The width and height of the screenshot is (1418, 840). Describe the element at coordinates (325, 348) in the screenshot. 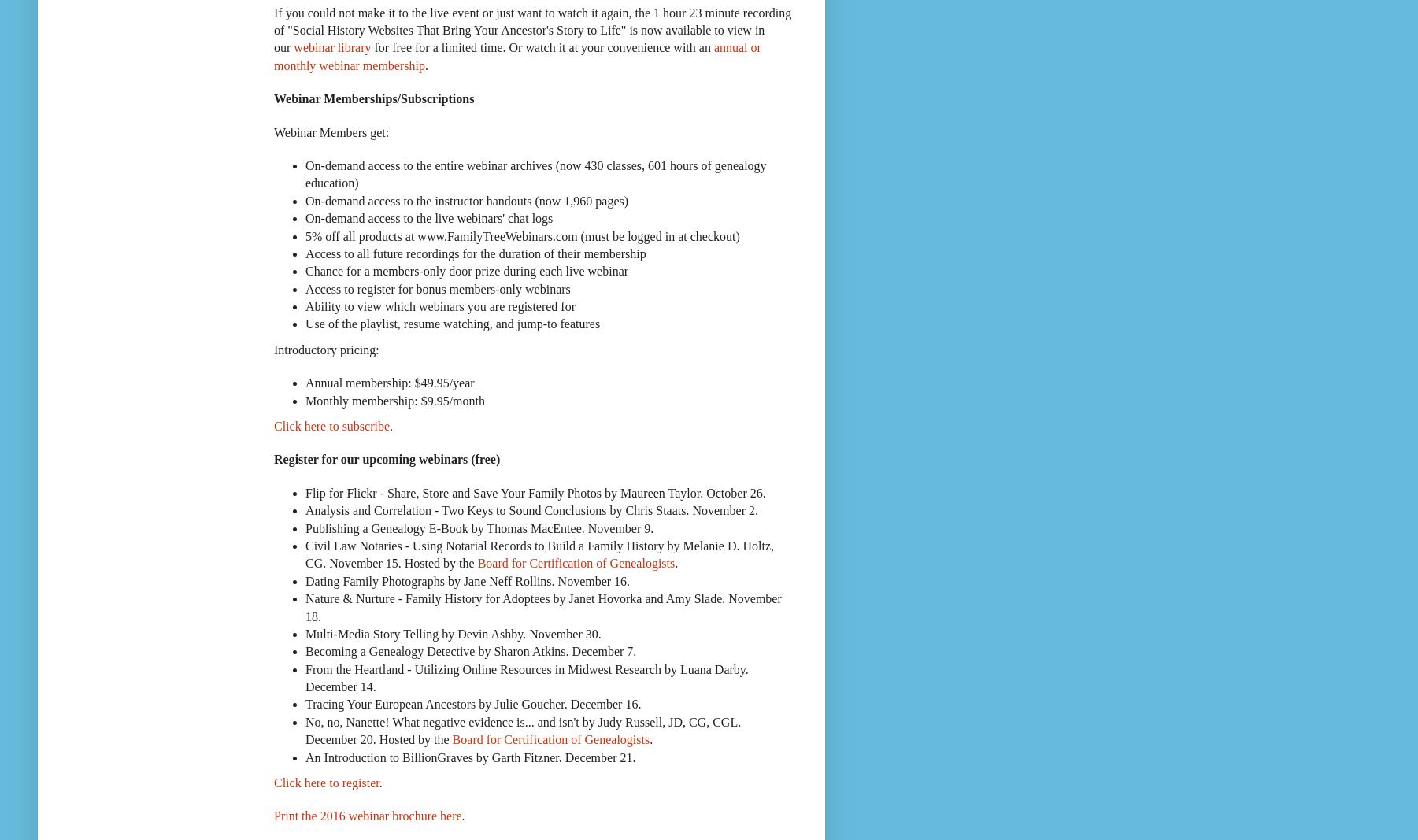

I see `'Introductory pricing:'` at that location.